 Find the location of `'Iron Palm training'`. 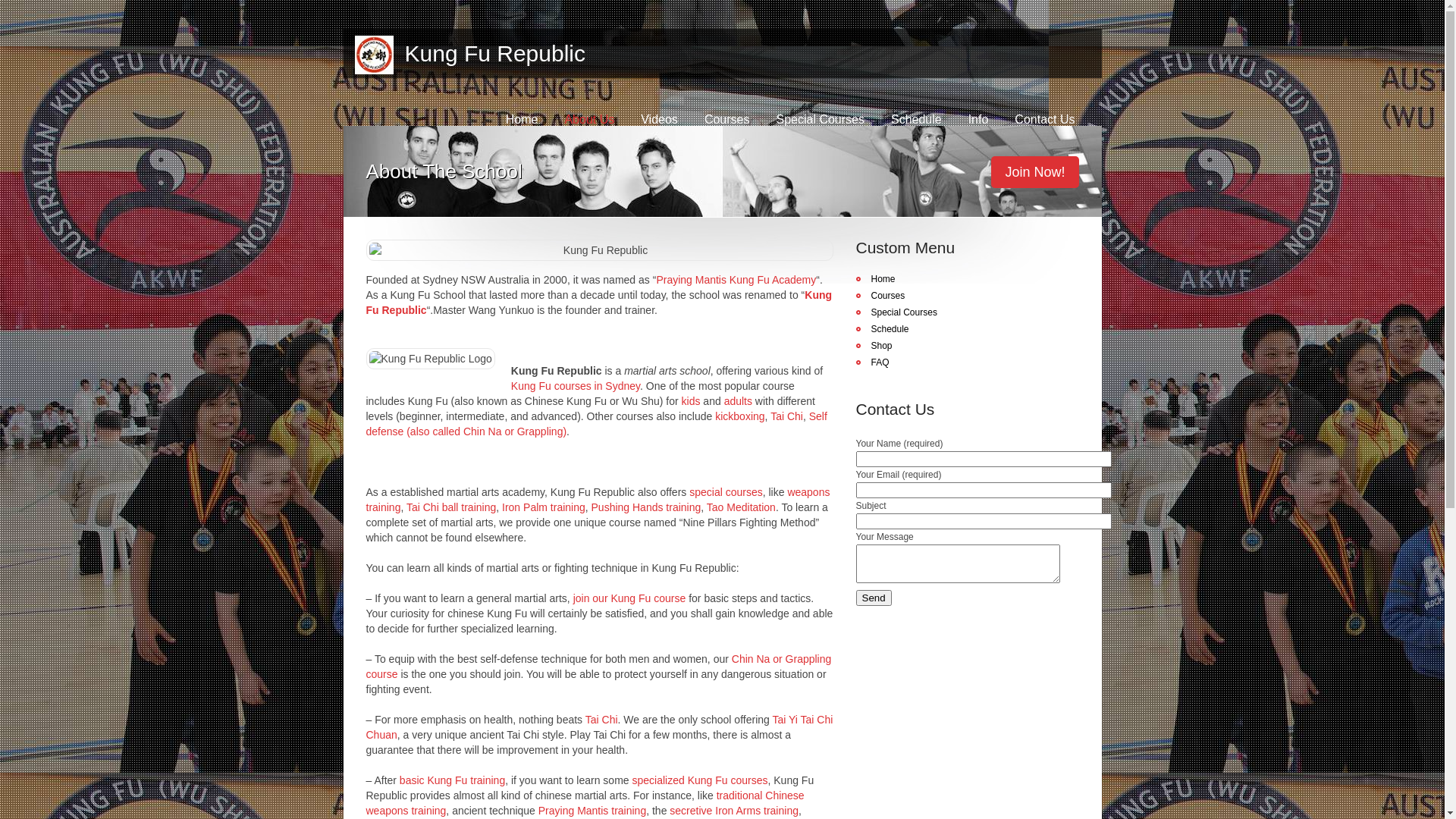

'Iron Palm training' is located at coordinates (543, 507).